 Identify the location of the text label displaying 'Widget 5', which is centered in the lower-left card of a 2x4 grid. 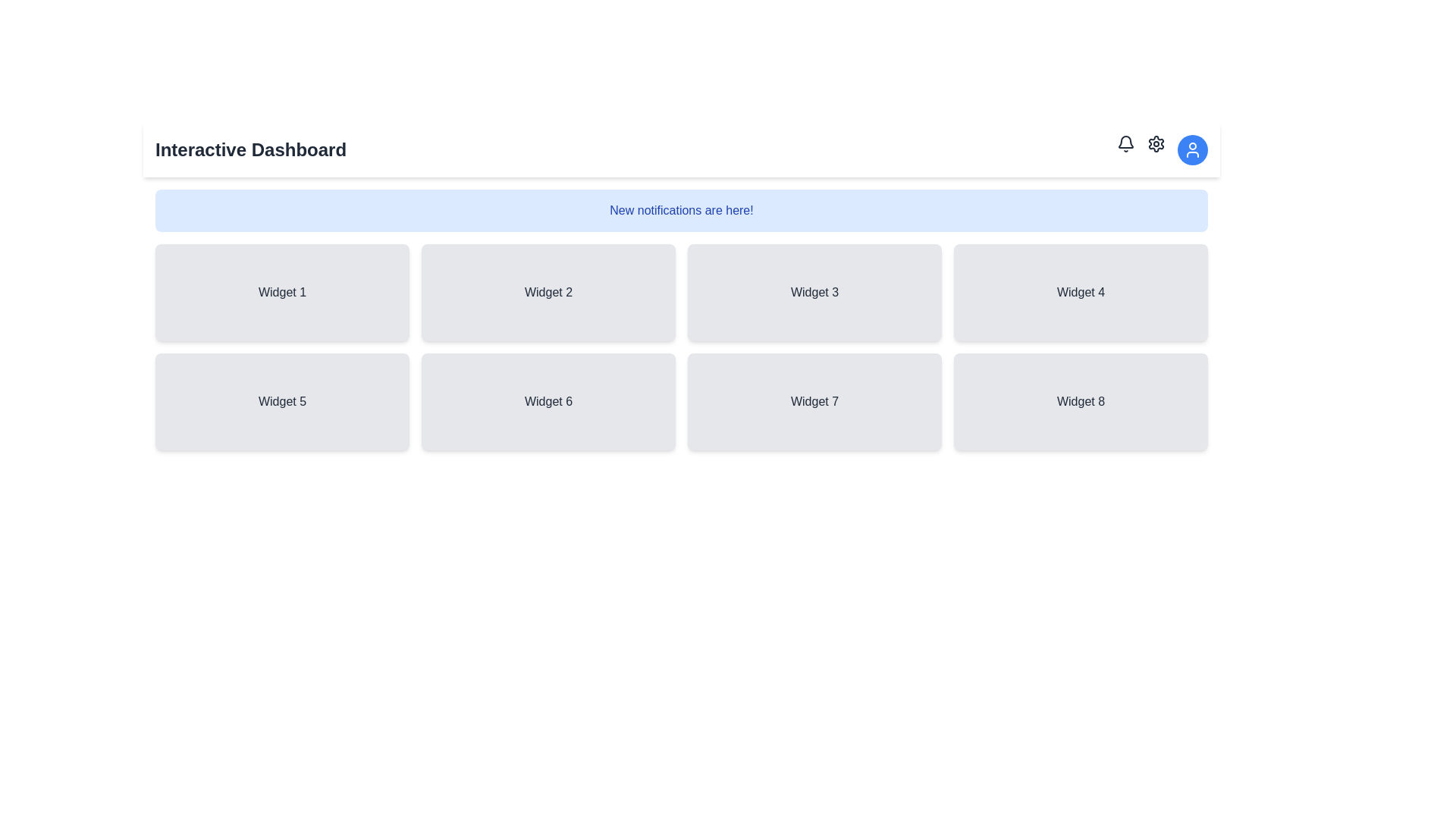
(282, 400).